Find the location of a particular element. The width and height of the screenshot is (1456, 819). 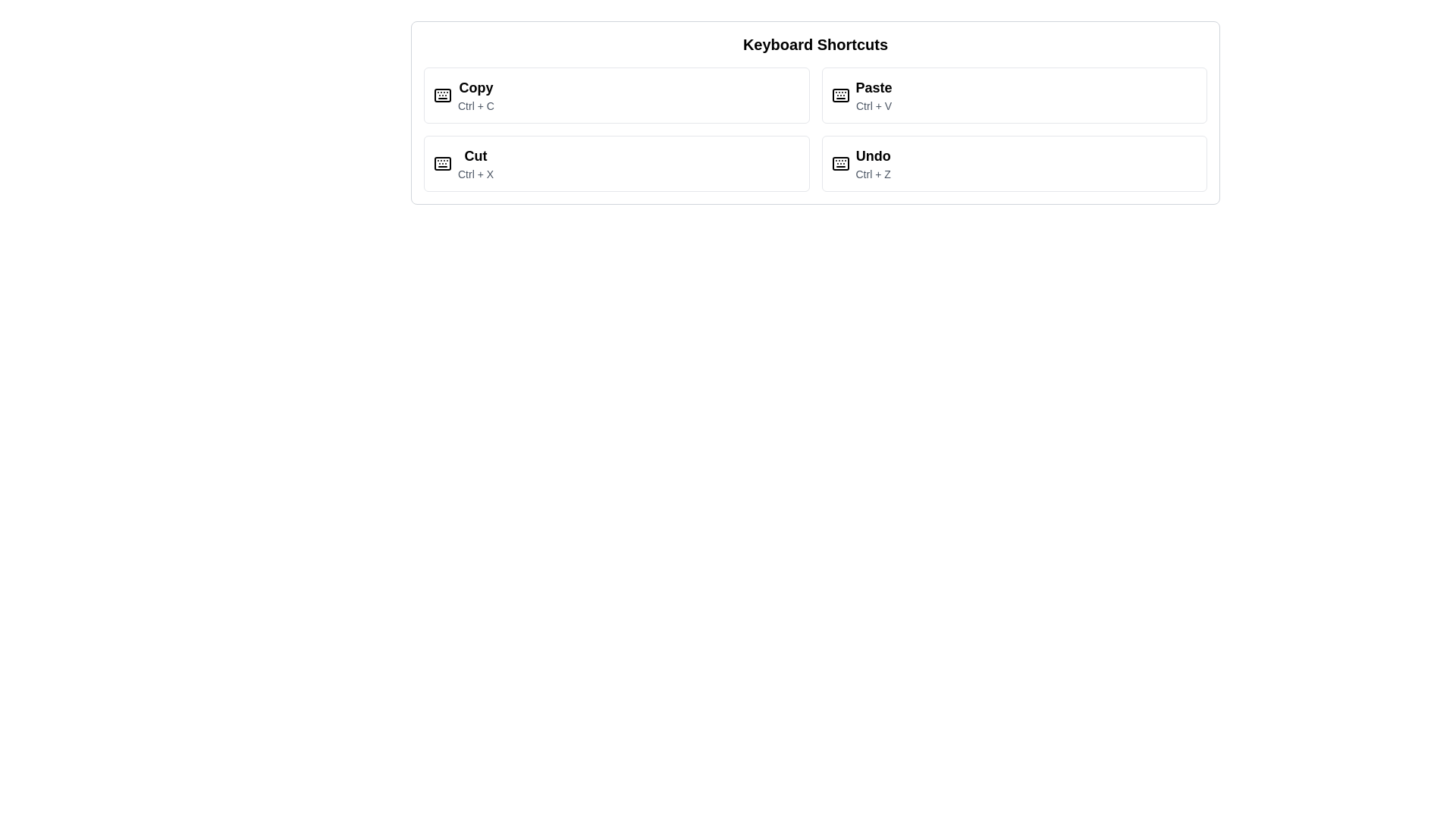

the keyboard shortcut icon located to the left of the 'Undo' label and 'Ctrl + Z' within the 'Undo' button on the right side of the interface is located at coordinates (839, 164).